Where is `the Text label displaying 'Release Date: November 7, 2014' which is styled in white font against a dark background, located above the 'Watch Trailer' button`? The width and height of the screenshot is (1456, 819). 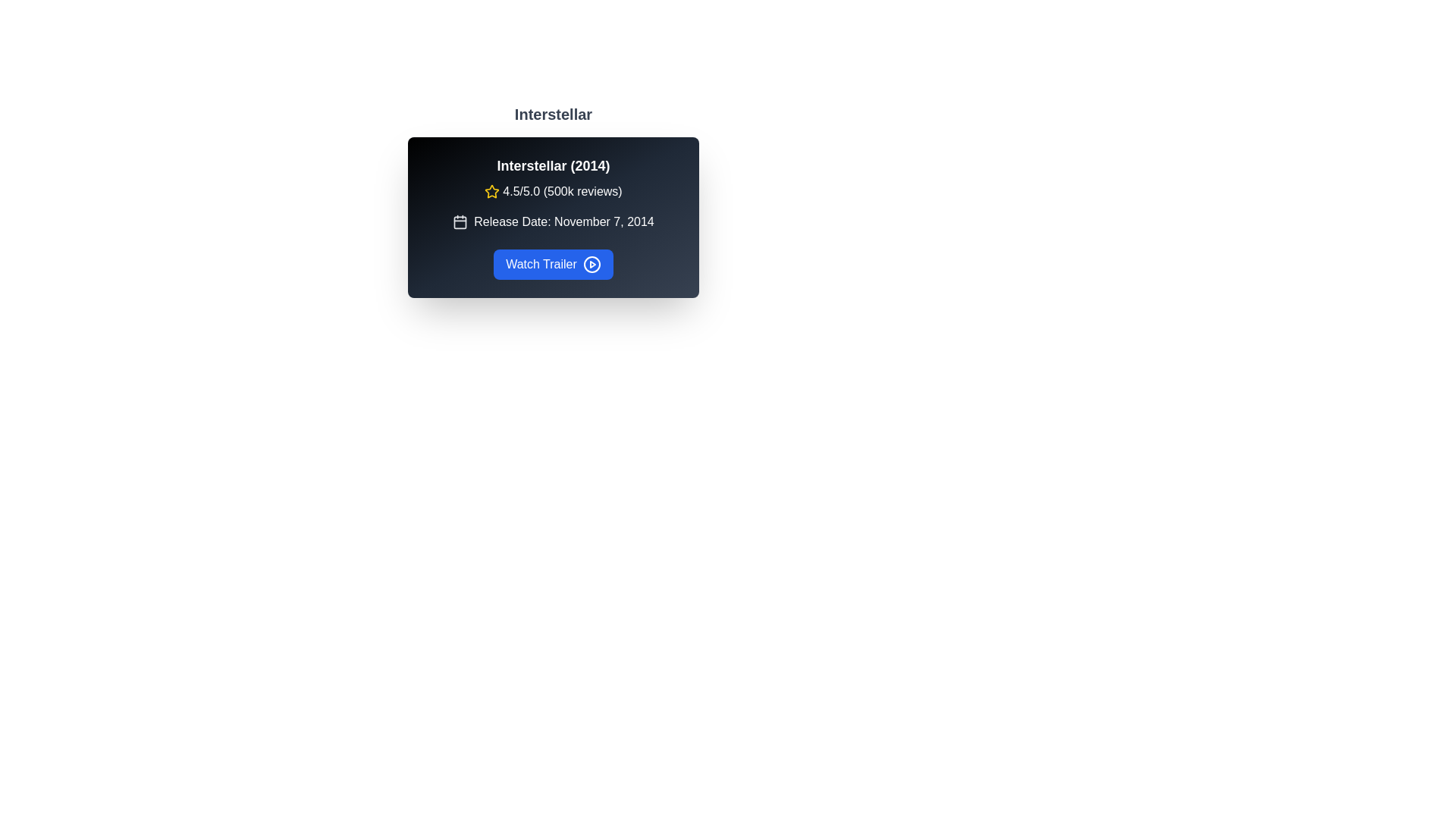
the Text label displaying 'Release Date: November 7, 2014' which is styled in white font against a dark background, located above the 'Watch Trailer' button is located at coordinates (563, 222).